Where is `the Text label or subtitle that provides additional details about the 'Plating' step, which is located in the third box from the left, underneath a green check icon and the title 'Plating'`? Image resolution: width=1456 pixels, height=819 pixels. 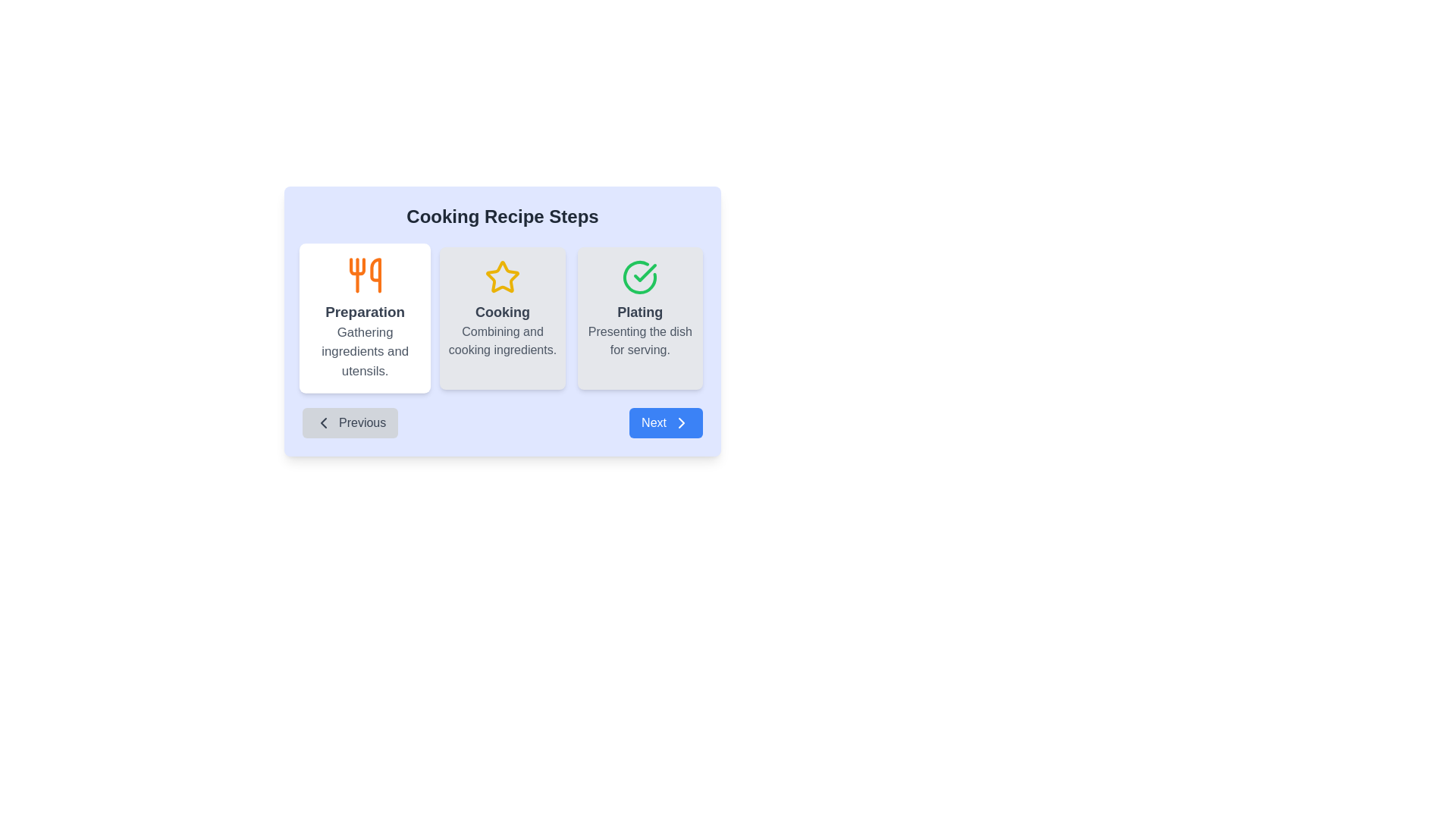
the Text label or subtitle that provides additional details about the 'Plating' step, which is located in the third box from the left, underneath a green check icon and the title 'Plating' is located at coordinates (640, 341).